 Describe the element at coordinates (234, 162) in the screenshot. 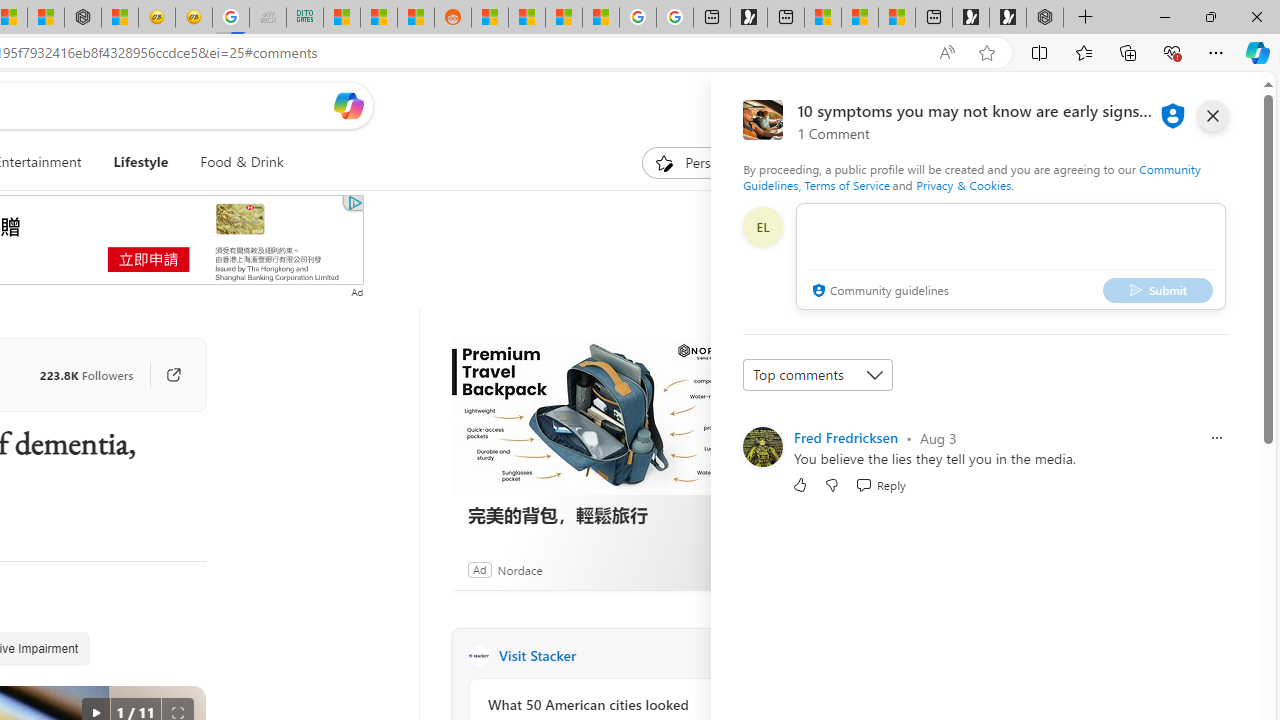

I see `'Food & Drink'` at that location.